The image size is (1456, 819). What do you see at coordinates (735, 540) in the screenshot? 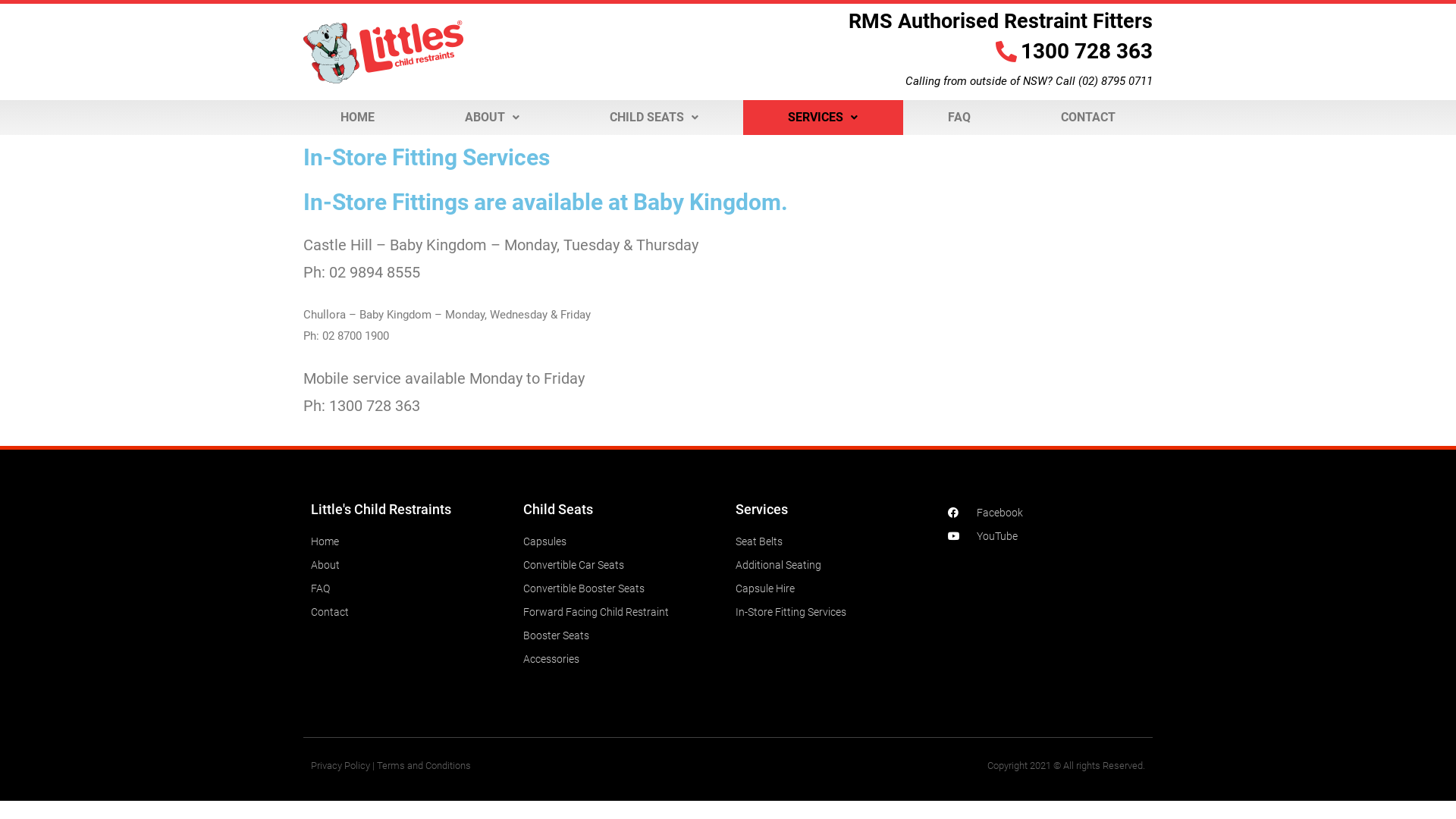
I see `'Seat Belts'` at bounding box center [735, 540].